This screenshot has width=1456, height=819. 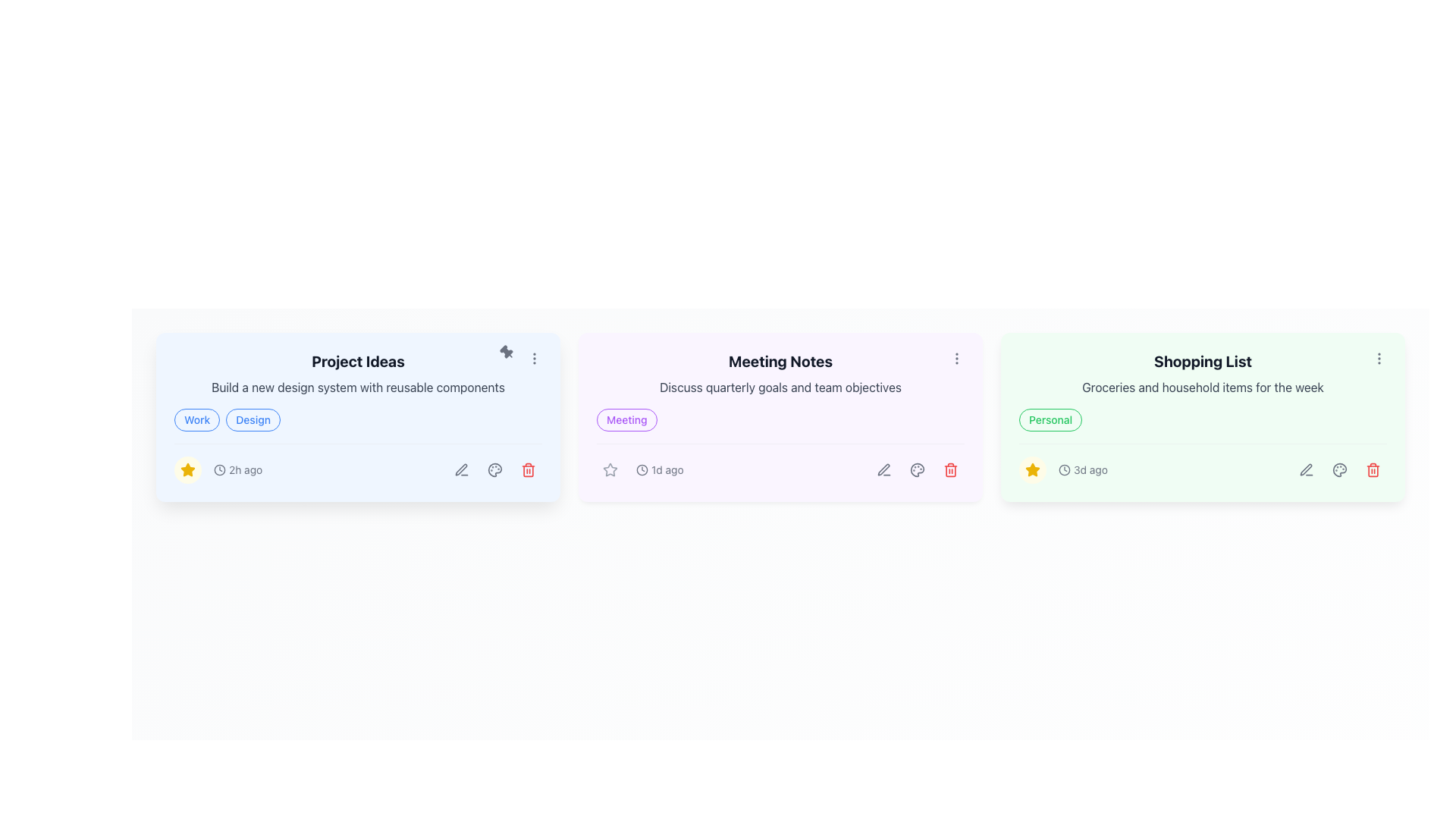 What do you see at coordinates (949, 469) in the screenshot?
I see `the delete icon located at the bottom right of the 'Meeting Notes' card` at bounding box center [949, 469].